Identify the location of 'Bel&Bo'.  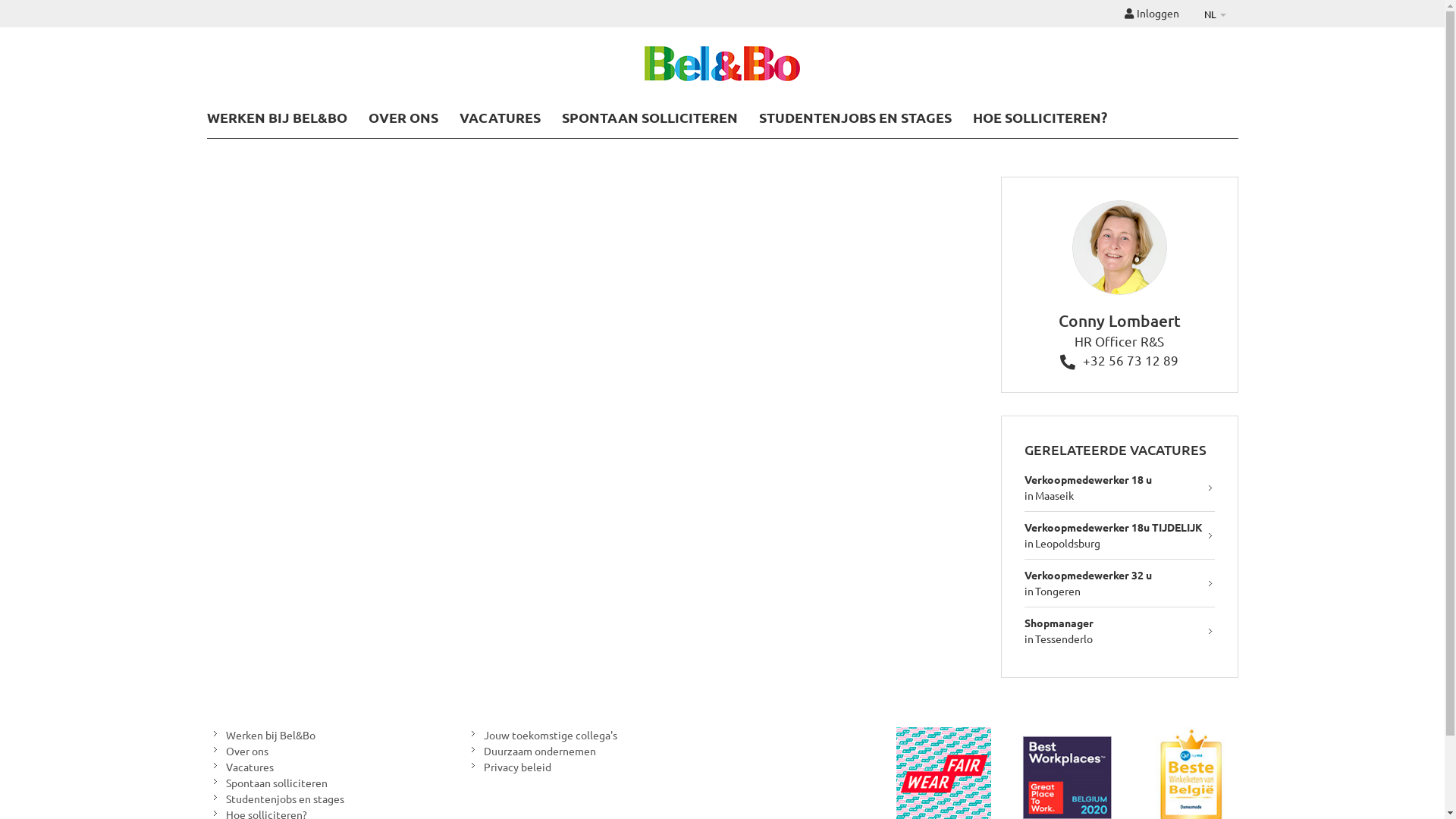
(644, 64).